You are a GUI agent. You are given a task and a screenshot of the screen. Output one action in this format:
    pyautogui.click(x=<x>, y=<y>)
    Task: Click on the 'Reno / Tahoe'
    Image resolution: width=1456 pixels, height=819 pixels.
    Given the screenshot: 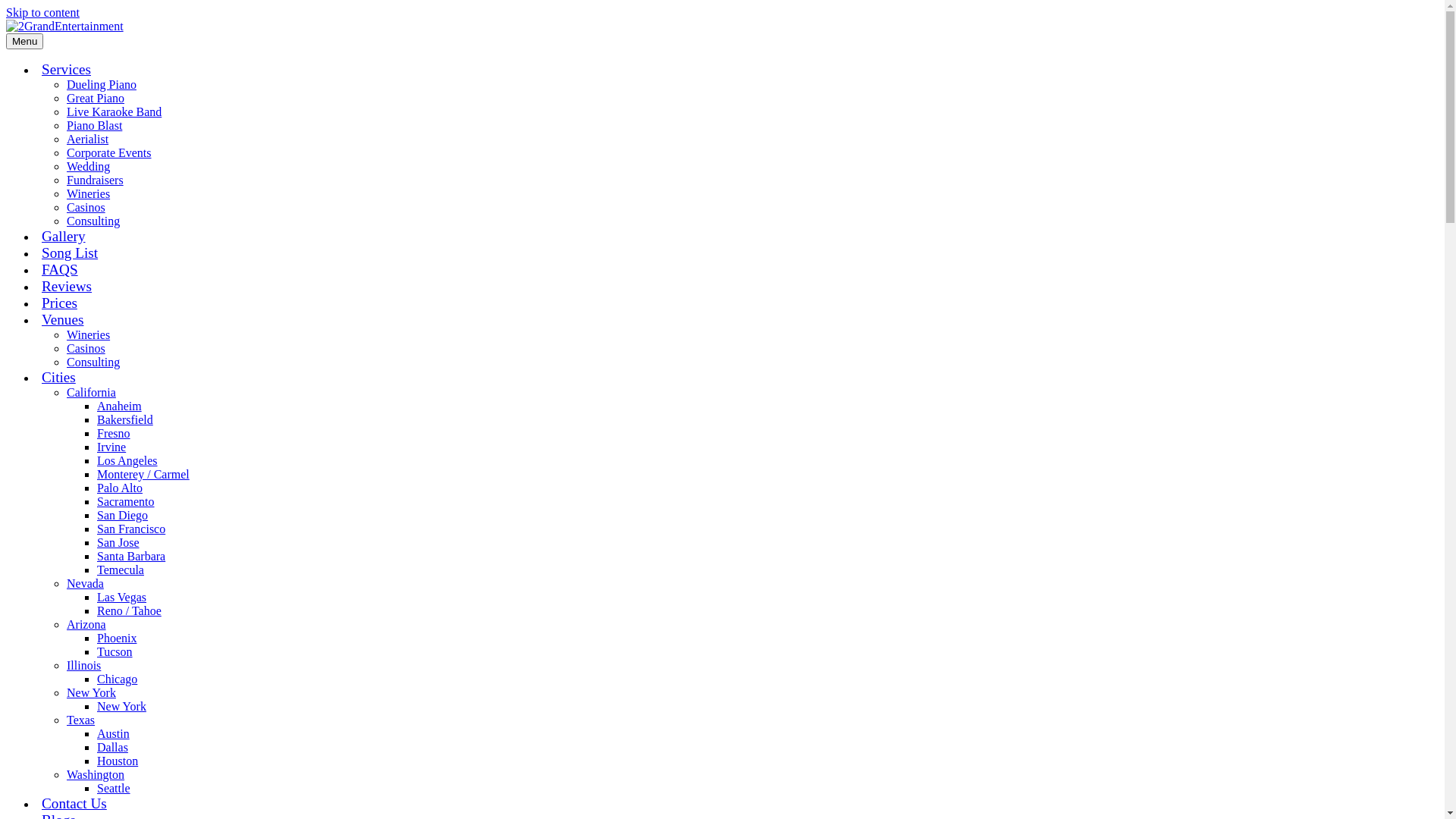 What is the action you would take?
    pyautogui.click(x=129, y=610)
    